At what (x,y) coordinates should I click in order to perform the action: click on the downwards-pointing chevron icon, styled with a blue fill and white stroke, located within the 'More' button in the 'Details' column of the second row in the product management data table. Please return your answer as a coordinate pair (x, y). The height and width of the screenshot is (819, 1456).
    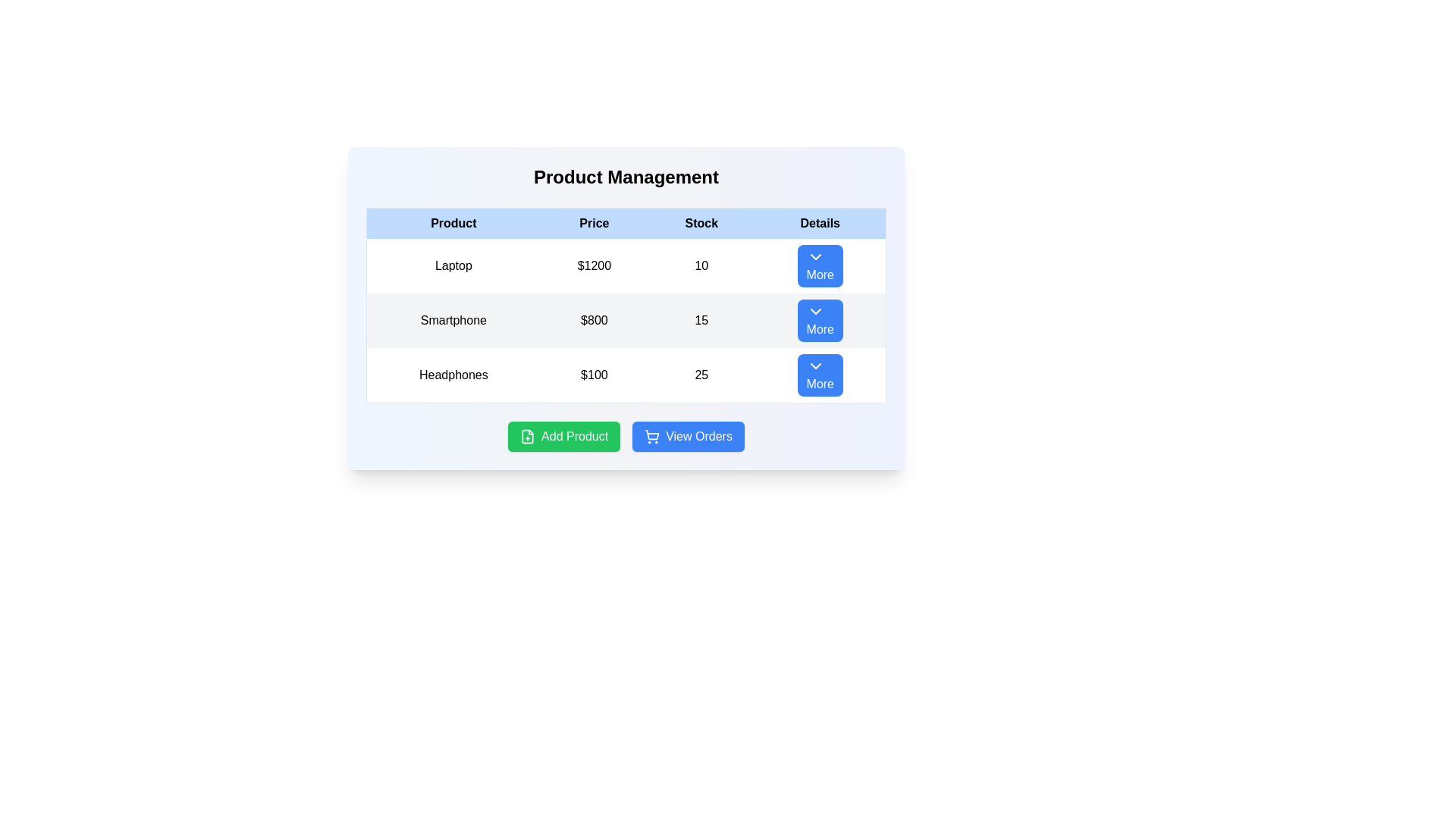
    Looking at the image, I should click on (814, 311).